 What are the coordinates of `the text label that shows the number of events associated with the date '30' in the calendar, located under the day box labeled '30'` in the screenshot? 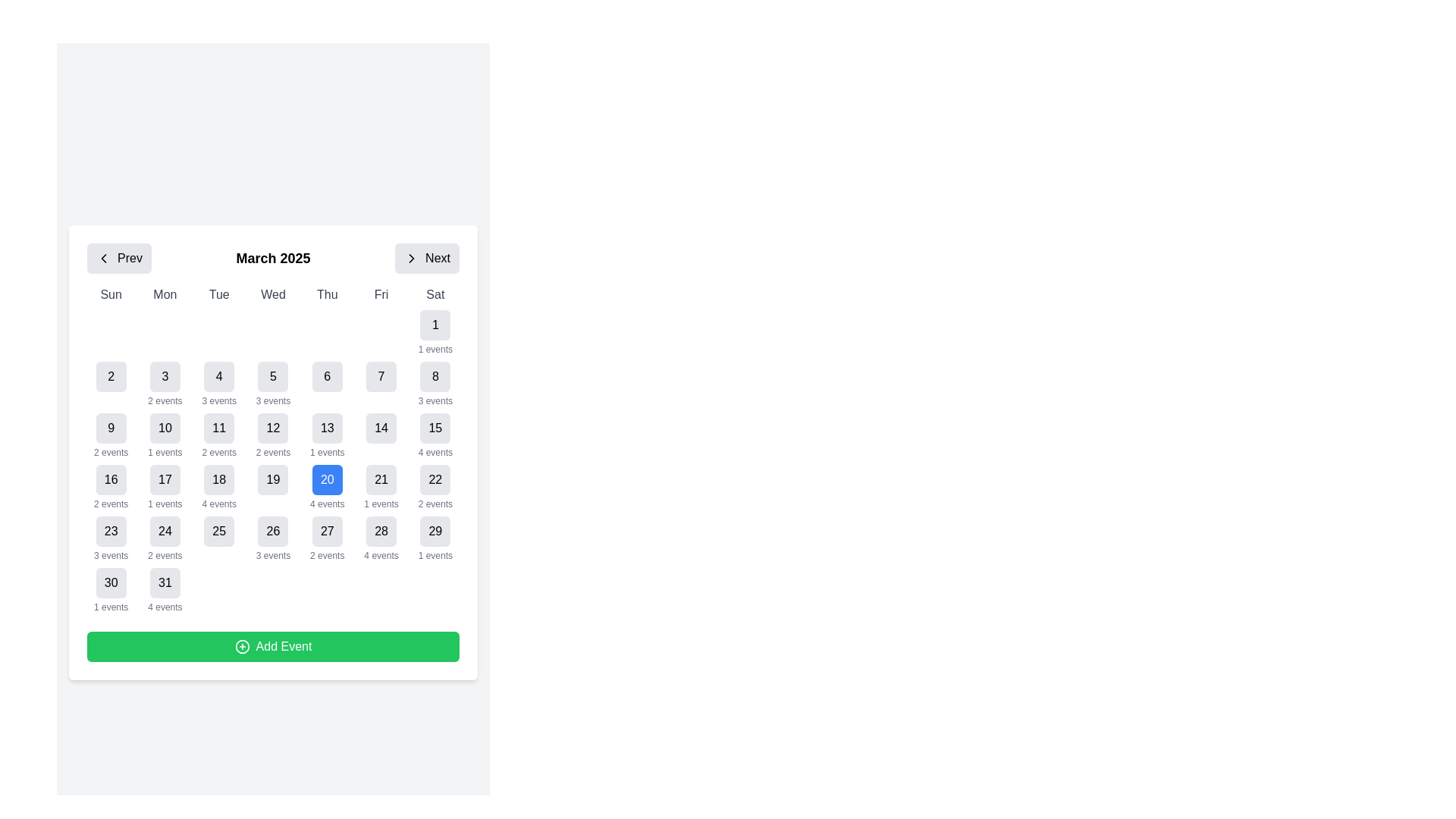 It's located at (110, 607).